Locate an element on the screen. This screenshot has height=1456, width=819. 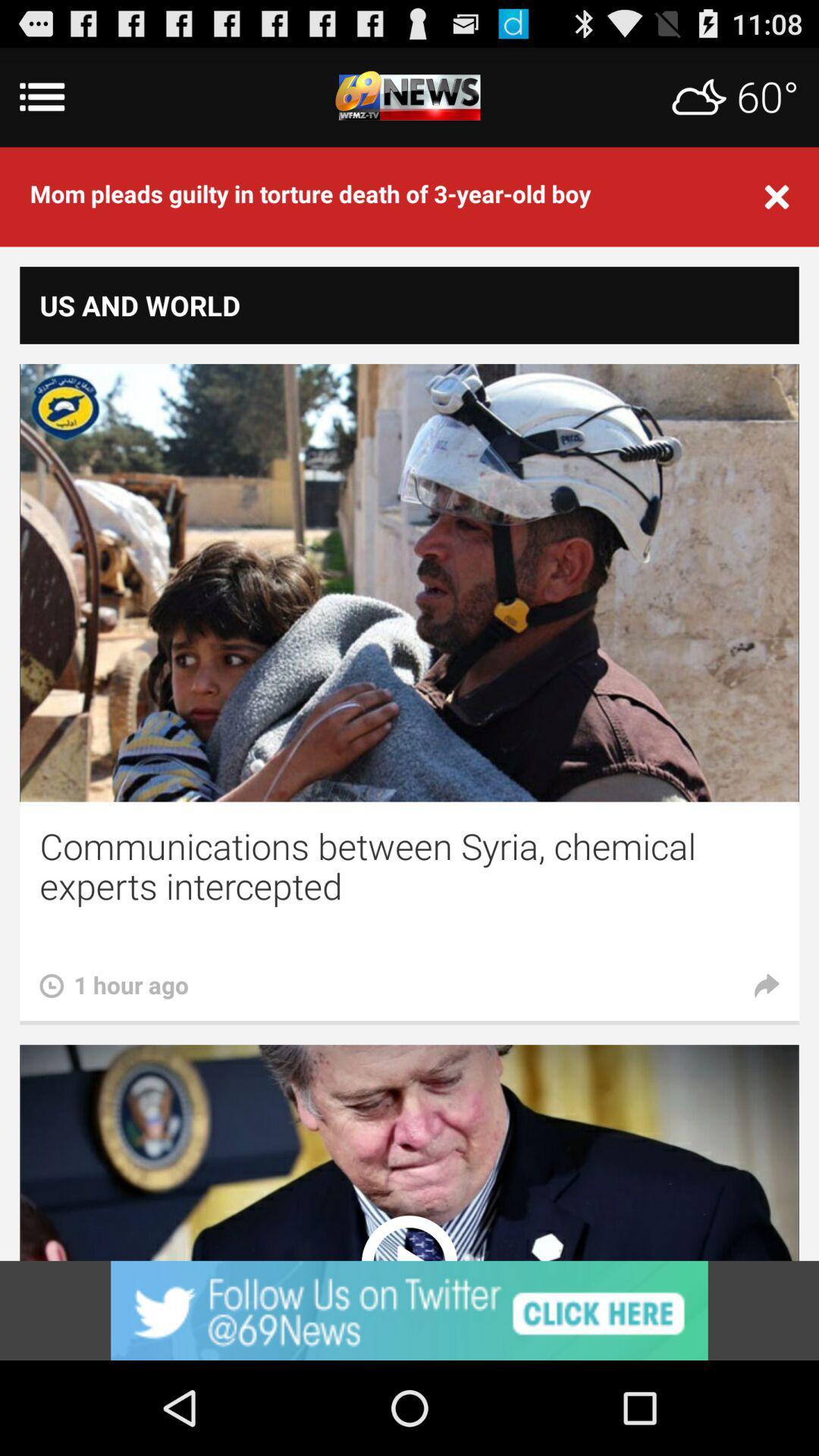
refresh page is located at coordinates (409, 96).